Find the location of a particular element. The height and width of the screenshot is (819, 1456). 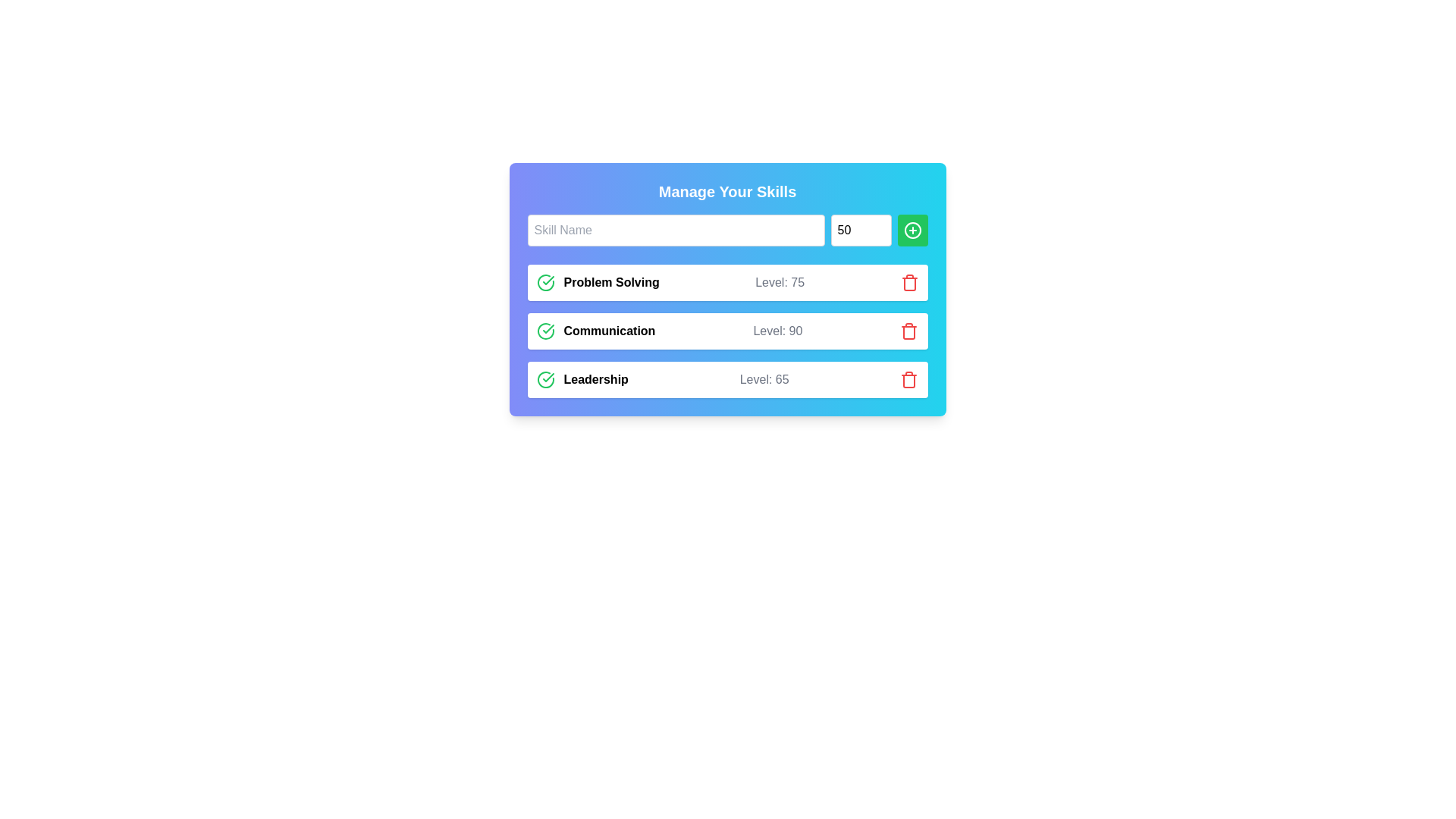

the vibrant green button with rounded corners and a plus icon in the top-right corner of the form is located at coordinates (912, 231).